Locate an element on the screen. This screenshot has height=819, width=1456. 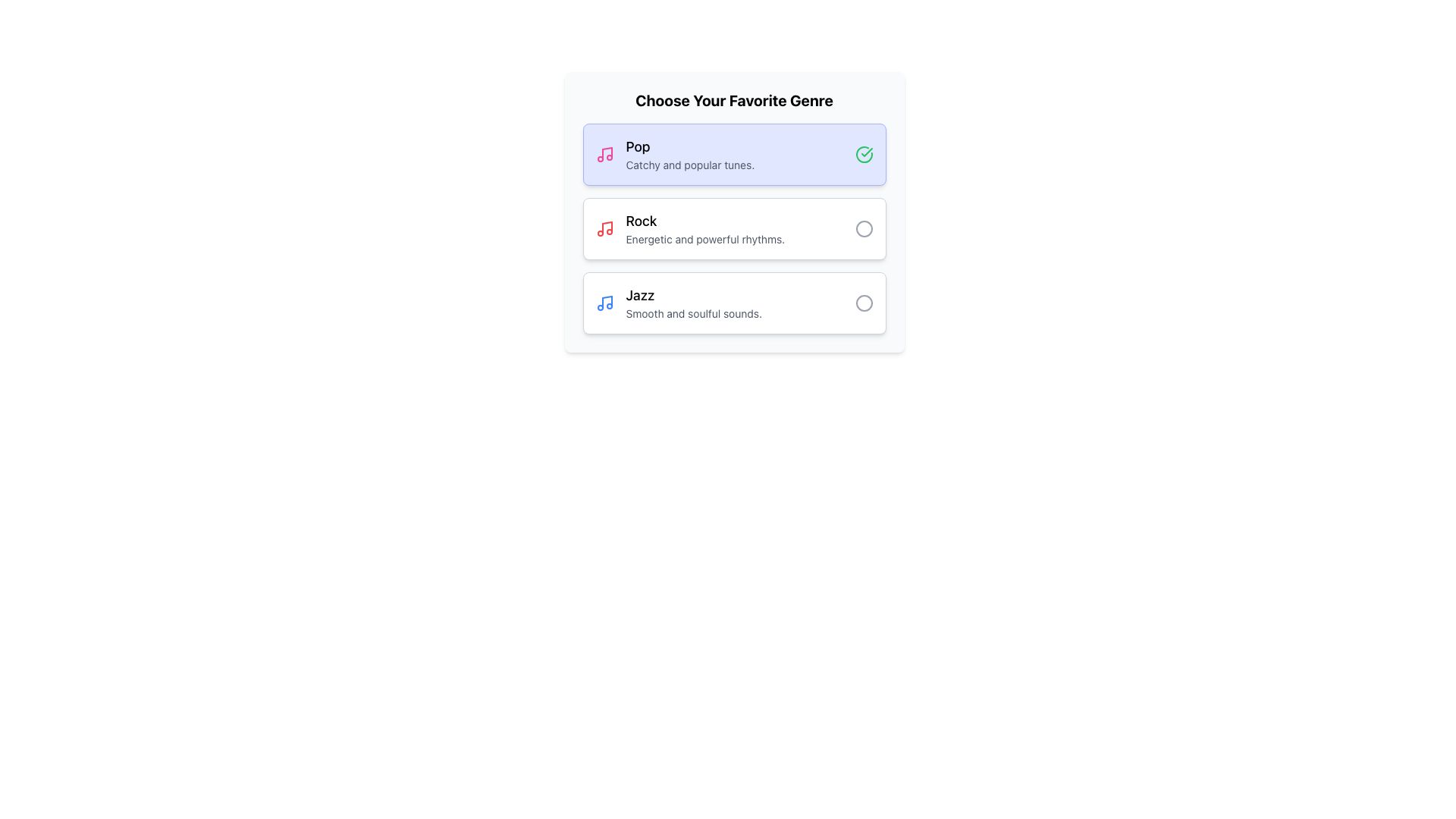
the checkmark-shaped icon within the SVG graphic is located at coordinates (866, 152).